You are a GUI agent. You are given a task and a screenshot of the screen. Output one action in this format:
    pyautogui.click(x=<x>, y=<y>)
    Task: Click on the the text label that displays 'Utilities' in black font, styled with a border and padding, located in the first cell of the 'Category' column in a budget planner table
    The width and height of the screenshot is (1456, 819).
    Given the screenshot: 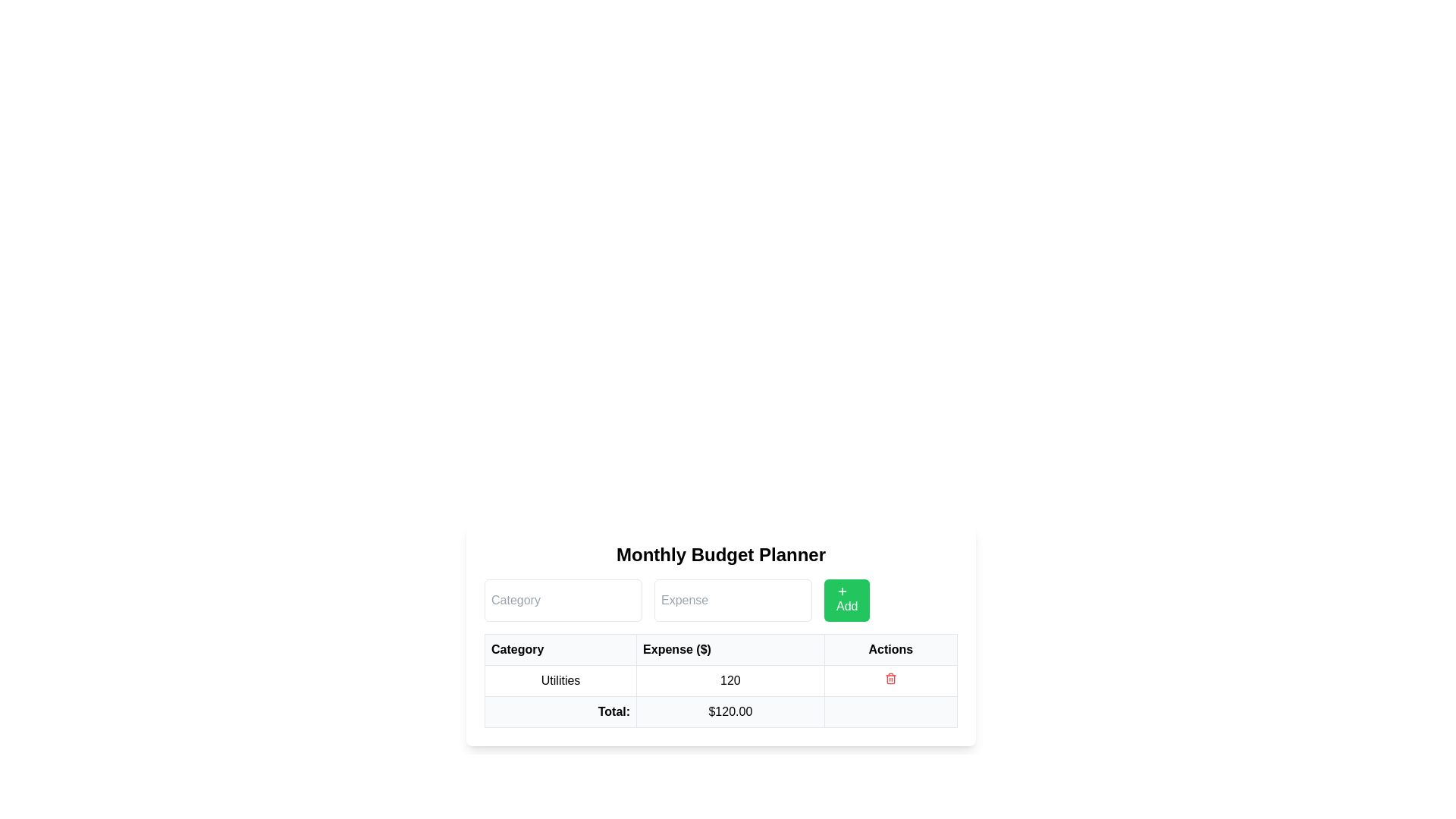 What is the action you would take?
    pyautogui.click(x=560, y=680)
    